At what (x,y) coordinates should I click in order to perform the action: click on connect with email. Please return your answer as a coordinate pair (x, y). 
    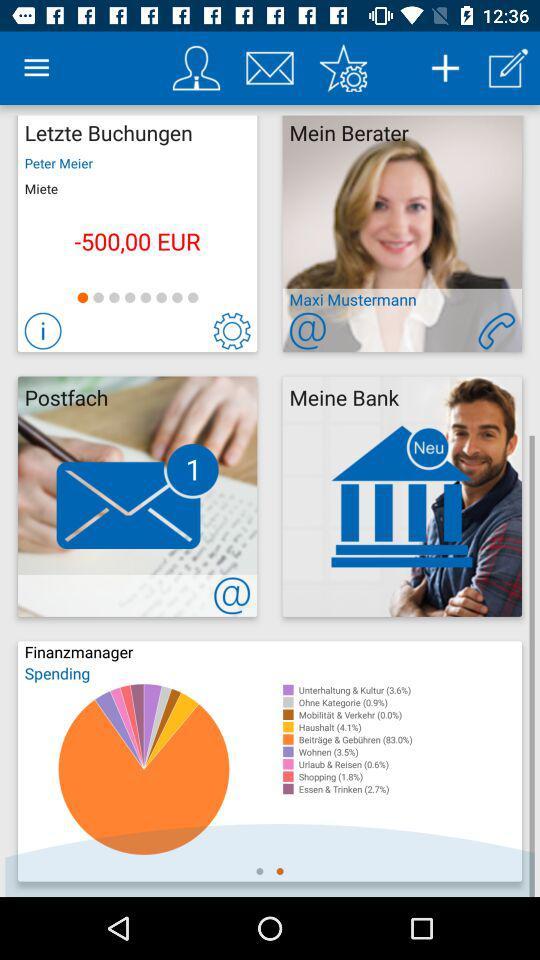
    Looking at the image, I should click on (231, 595).